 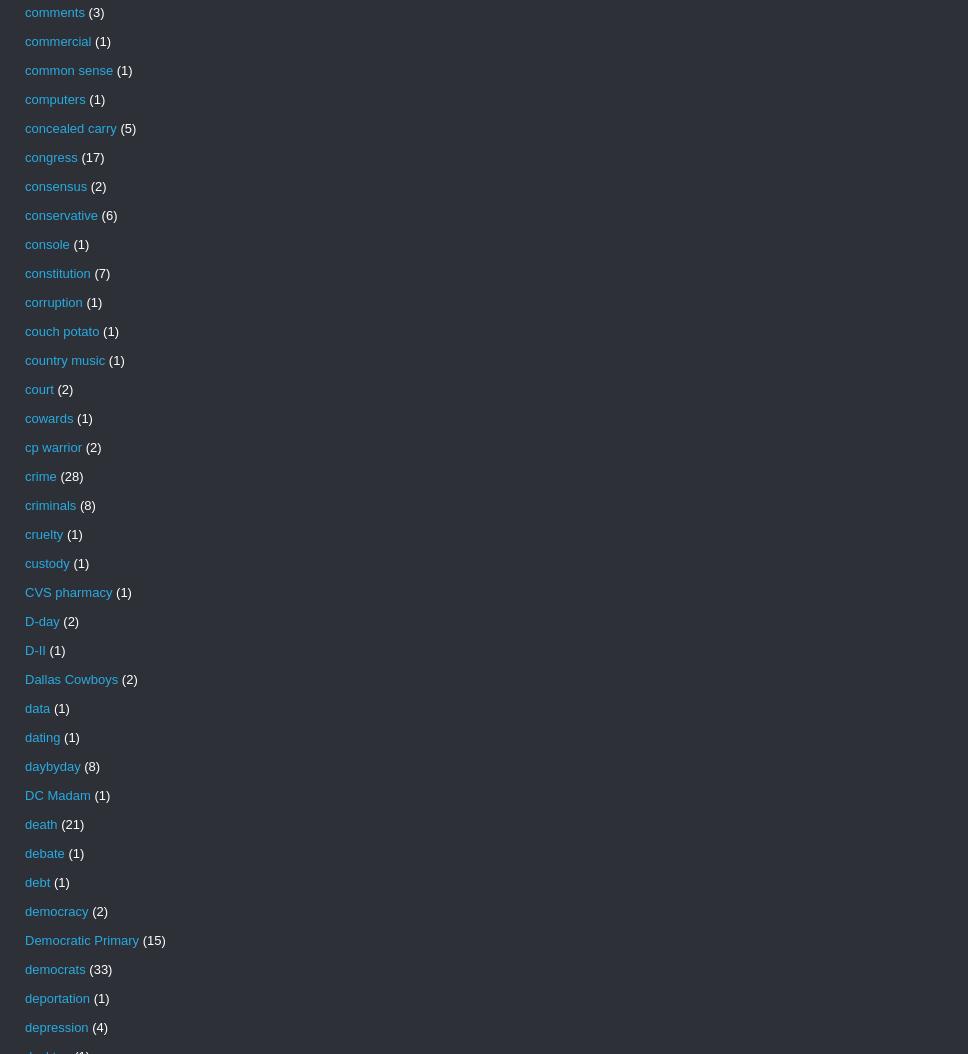 I want to click on 'death', so click(x=24, y=823).